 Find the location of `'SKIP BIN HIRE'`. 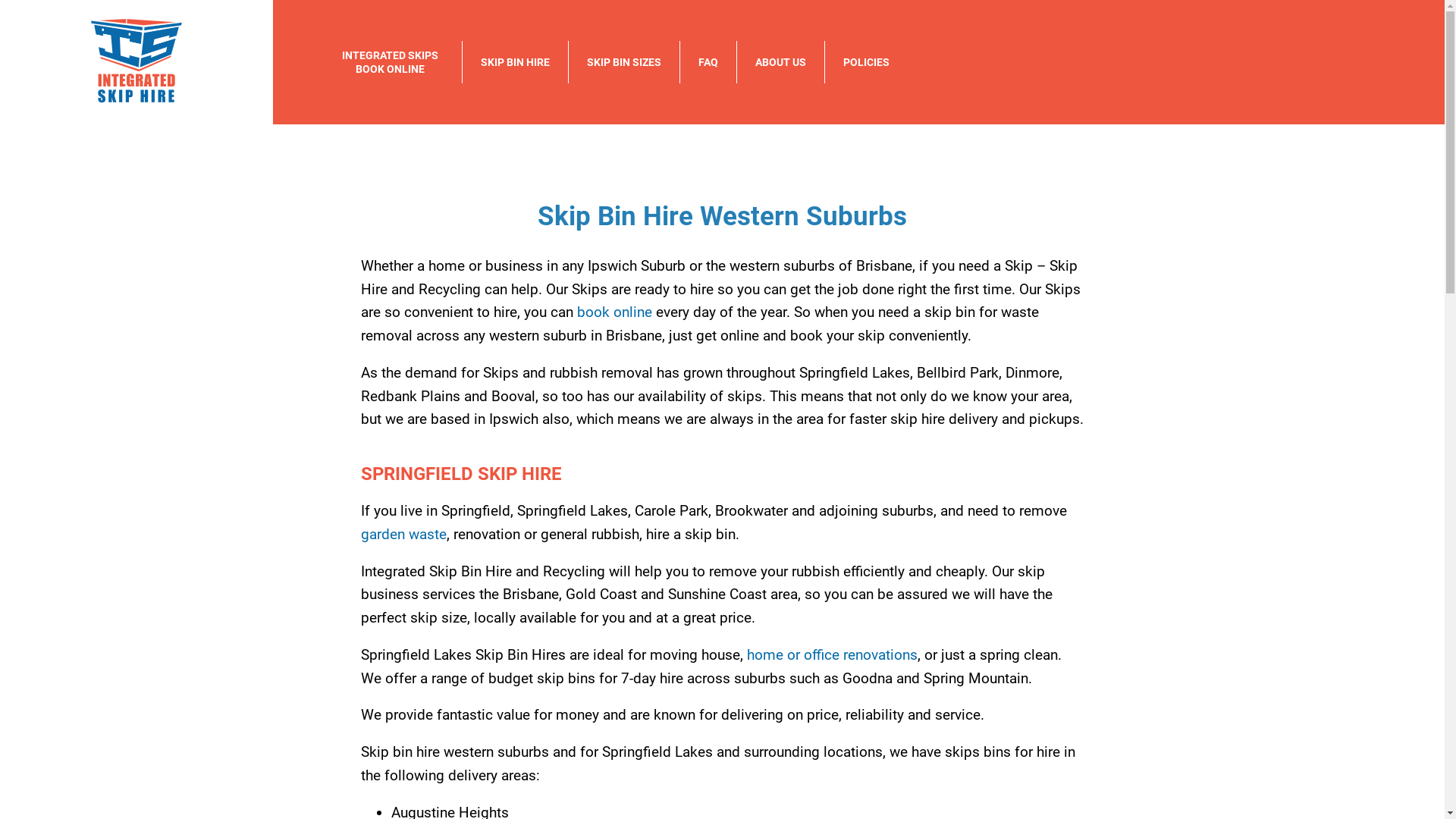

'SKIP BIN HIRE' is located at coordinates (515, 61).